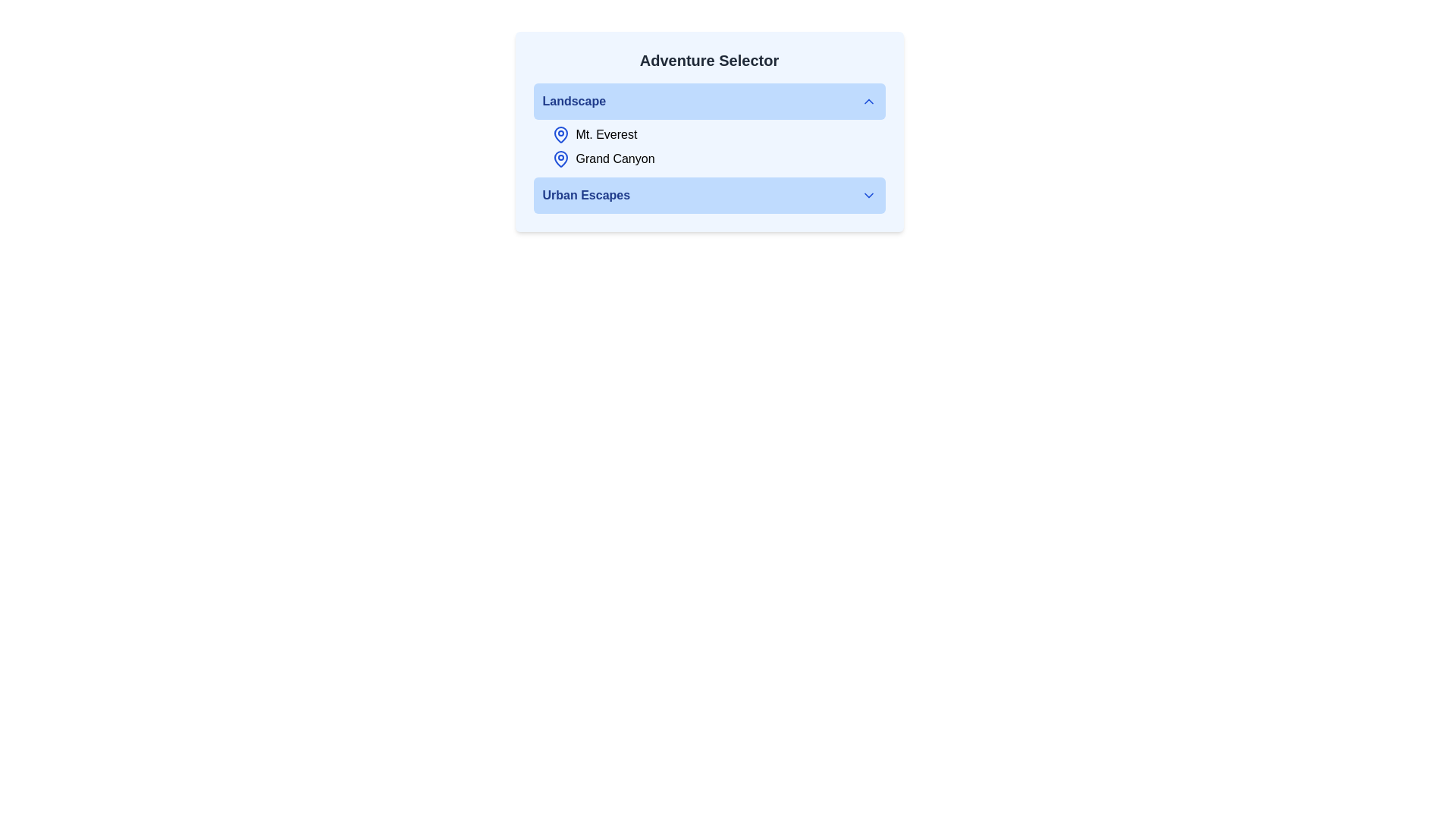 Image resolution: width=1456 pixels, height=819 pixels. What do you see at coordinates (560, 133) in the screenshot?
I see `the blue map pin icon located to the left of the text 'Mt. Everest' in the 'Landscape' section` at bounding box center [560, 133].